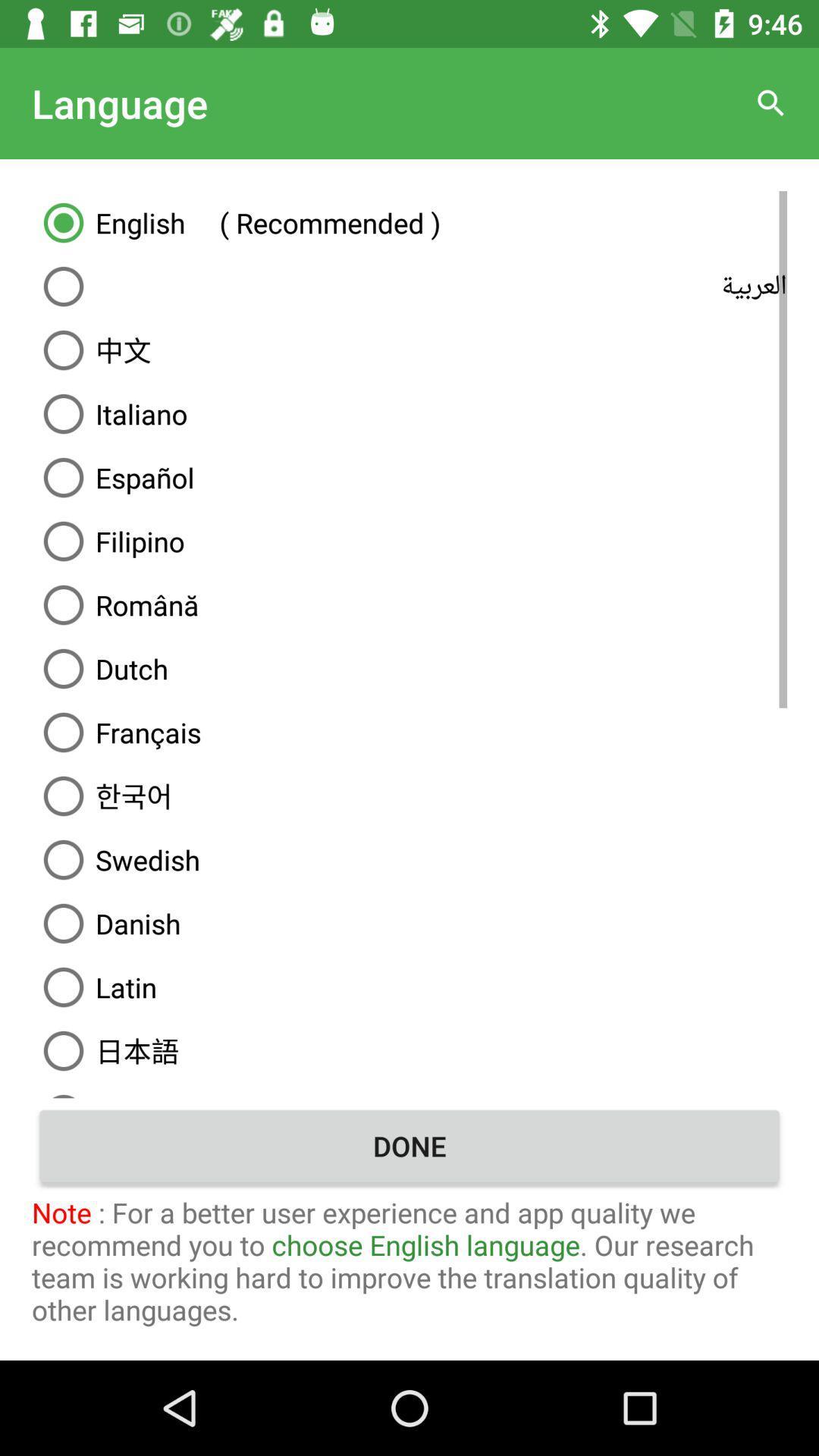  I want to click on the option below the english, so click(409, 287).